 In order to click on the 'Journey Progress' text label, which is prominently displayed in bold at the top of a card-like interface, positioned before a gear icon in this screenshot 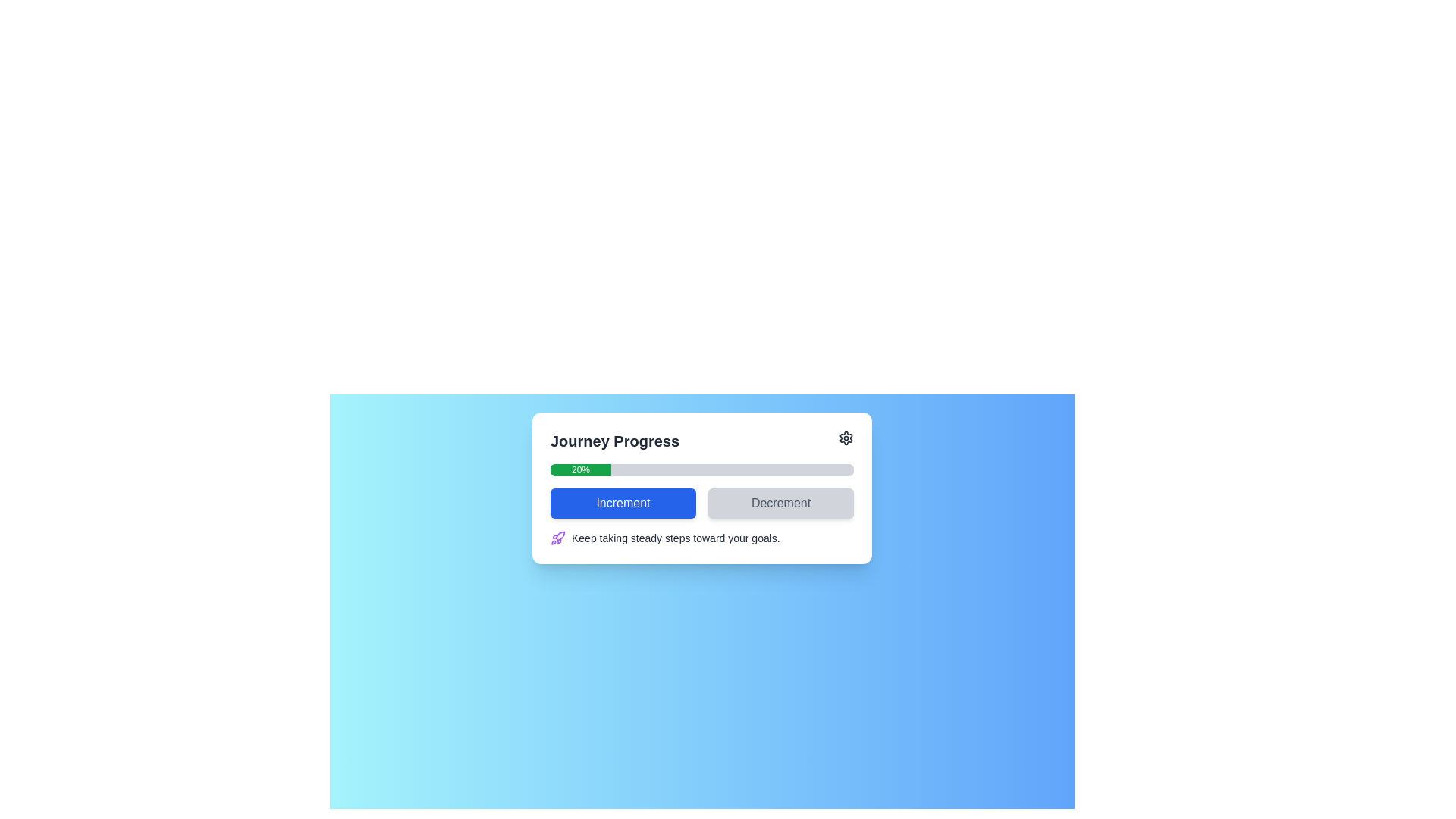, I will do `click(615, 441)`.